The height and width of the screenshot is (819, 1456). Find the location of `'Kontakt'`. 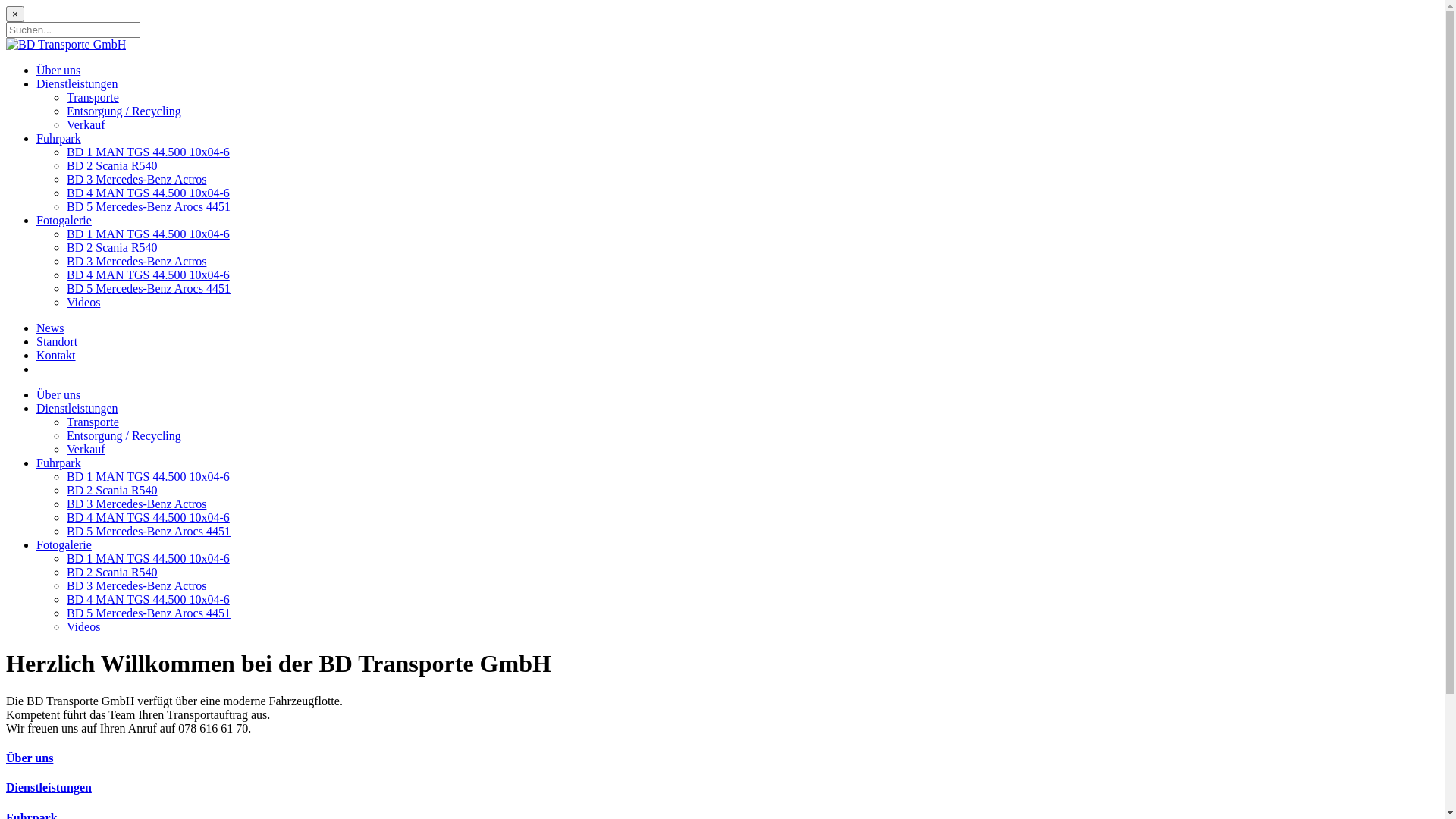

'Kontakt' is located at coordinates (55, 355).